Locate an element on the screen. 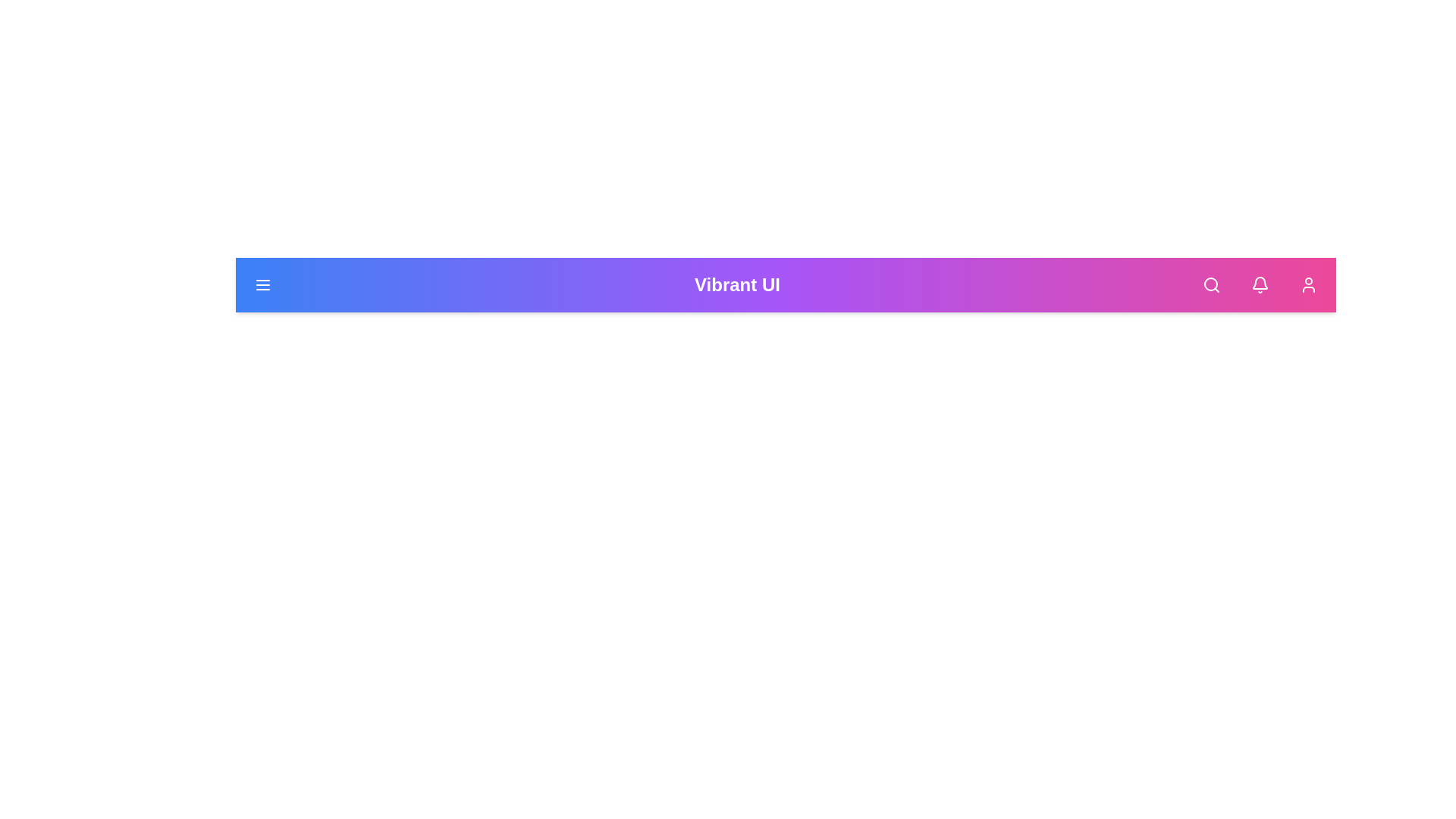  the bell icon to access notifications is located at coordinates (1260, 284).